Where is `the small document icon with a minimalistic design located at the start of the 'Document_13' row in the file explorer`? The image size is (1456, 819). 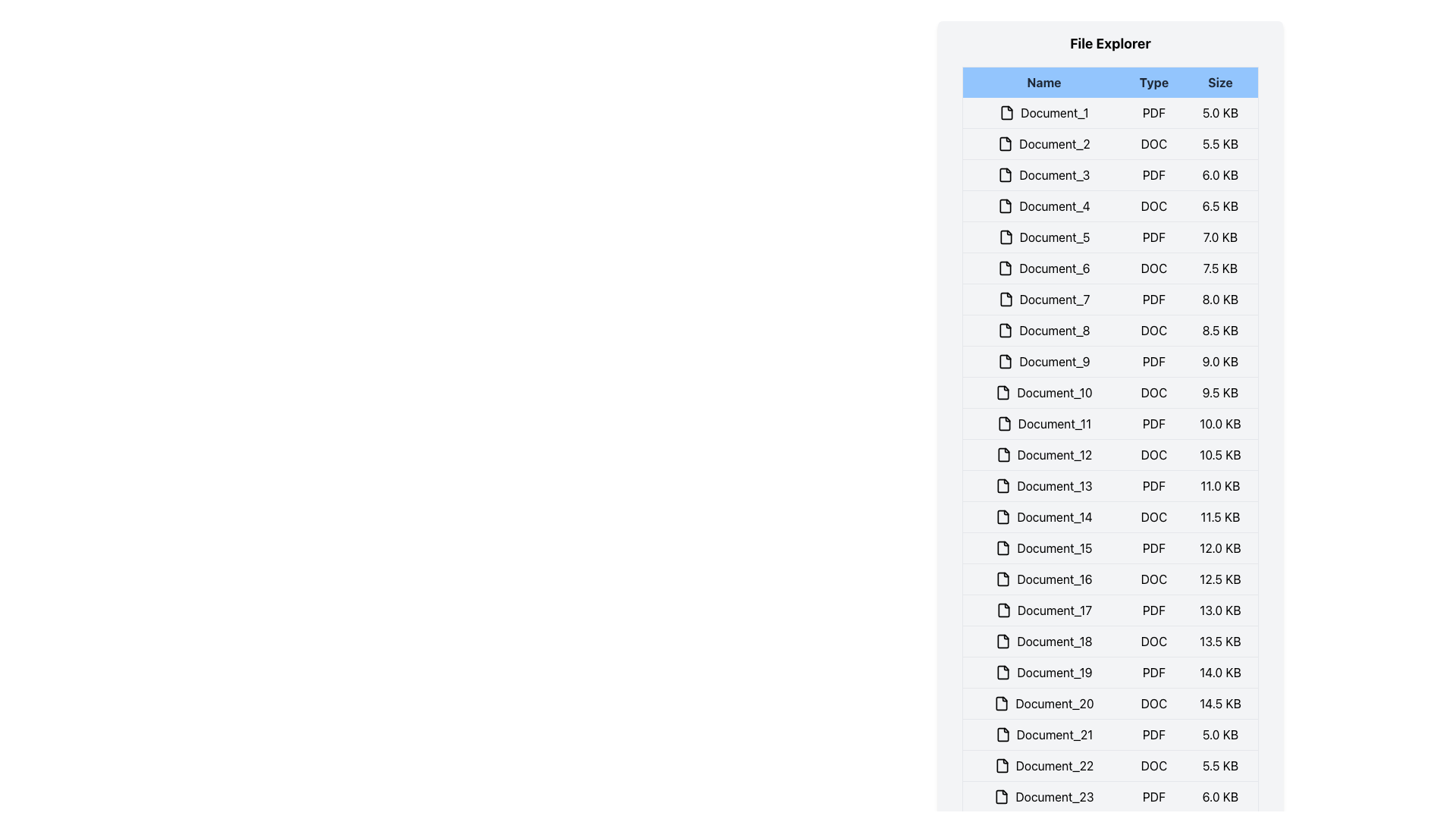
the small document icon with a minimalistic design located at the start of the 'Document_13' row in the file explorer is located at coordinates (1003, 485).